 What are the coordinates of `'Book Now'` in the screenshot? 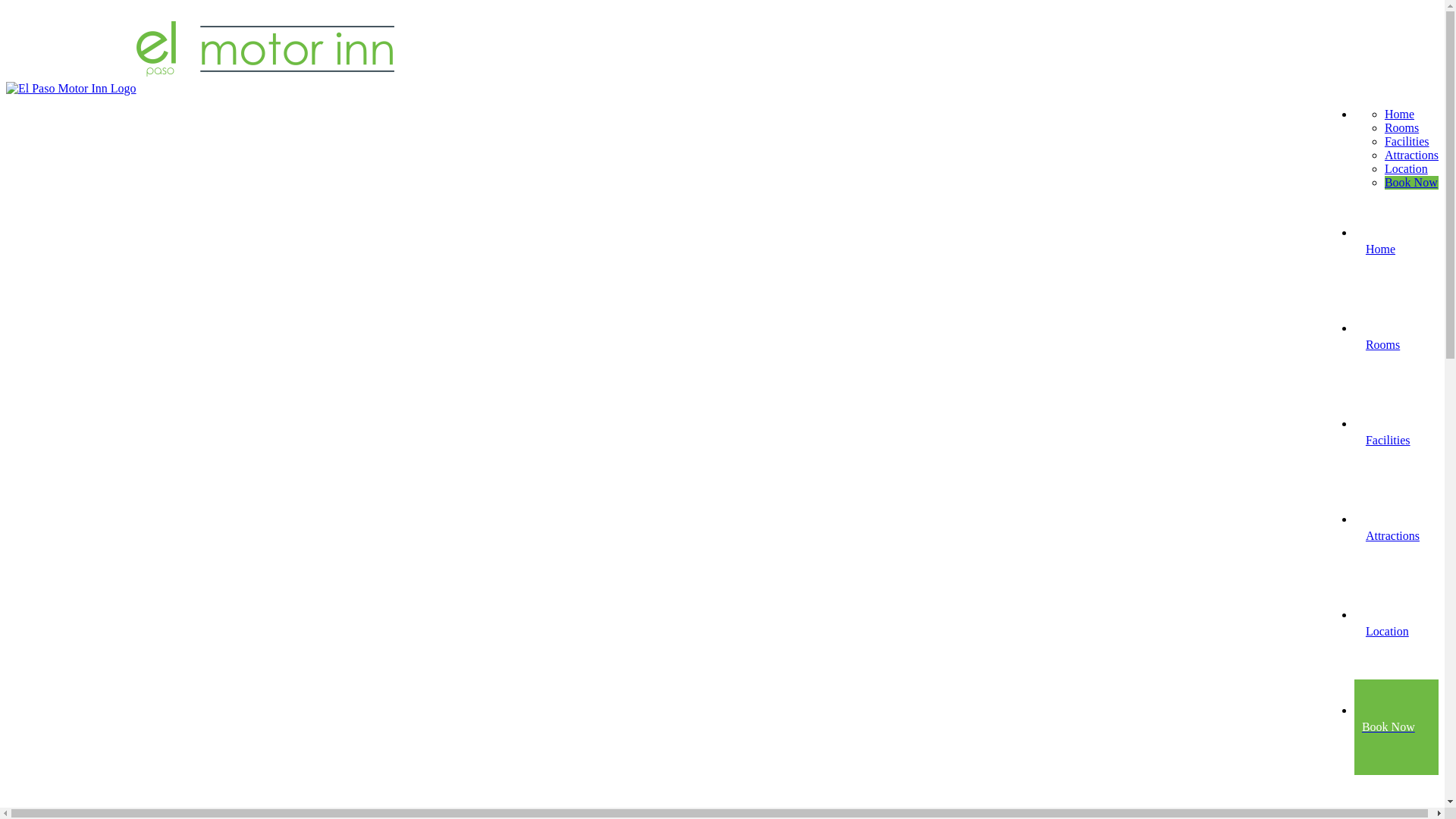 It's located at (1410, 181).